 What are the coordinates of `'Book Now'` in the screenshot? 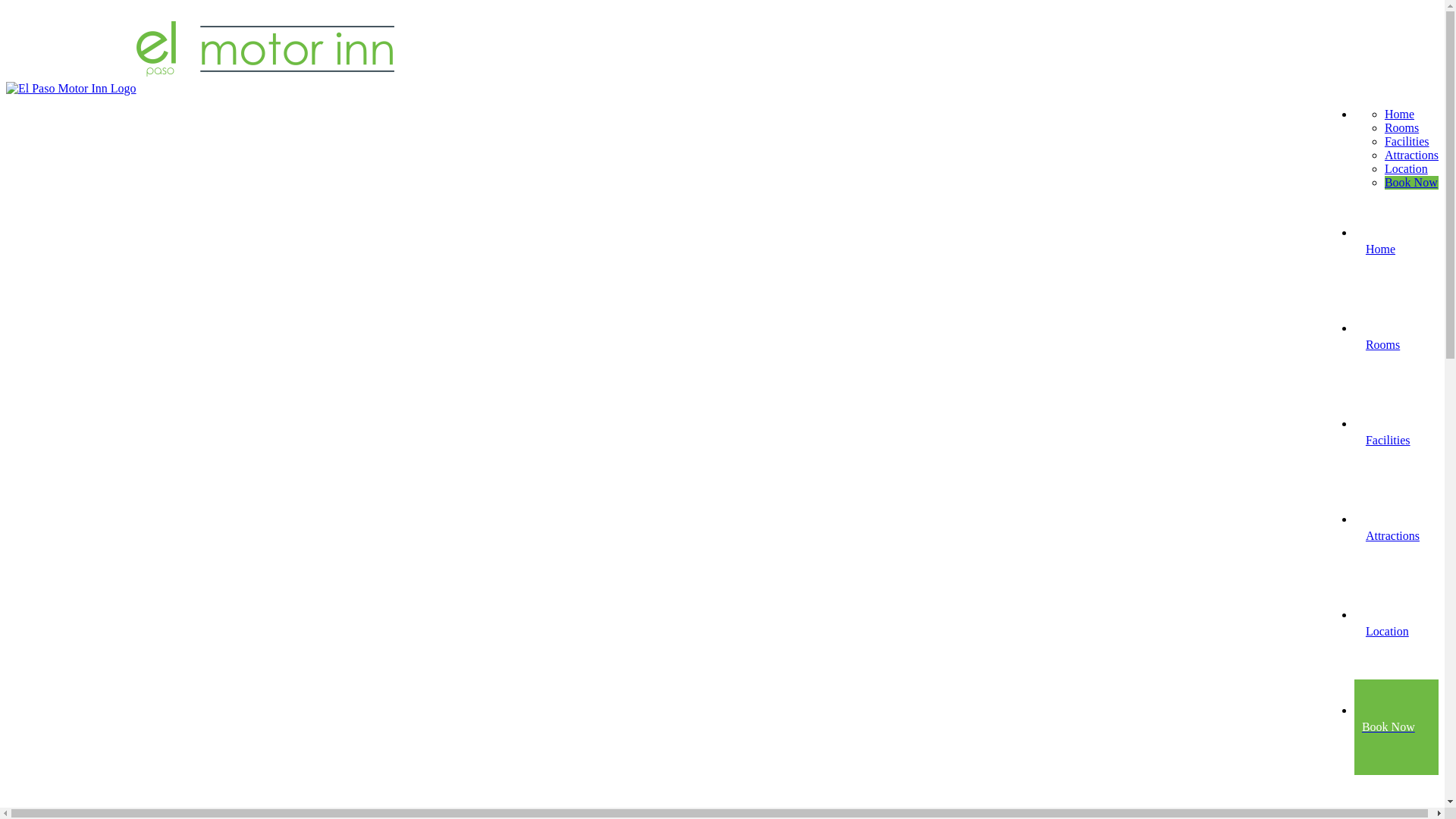 It's located at (1410, 181).